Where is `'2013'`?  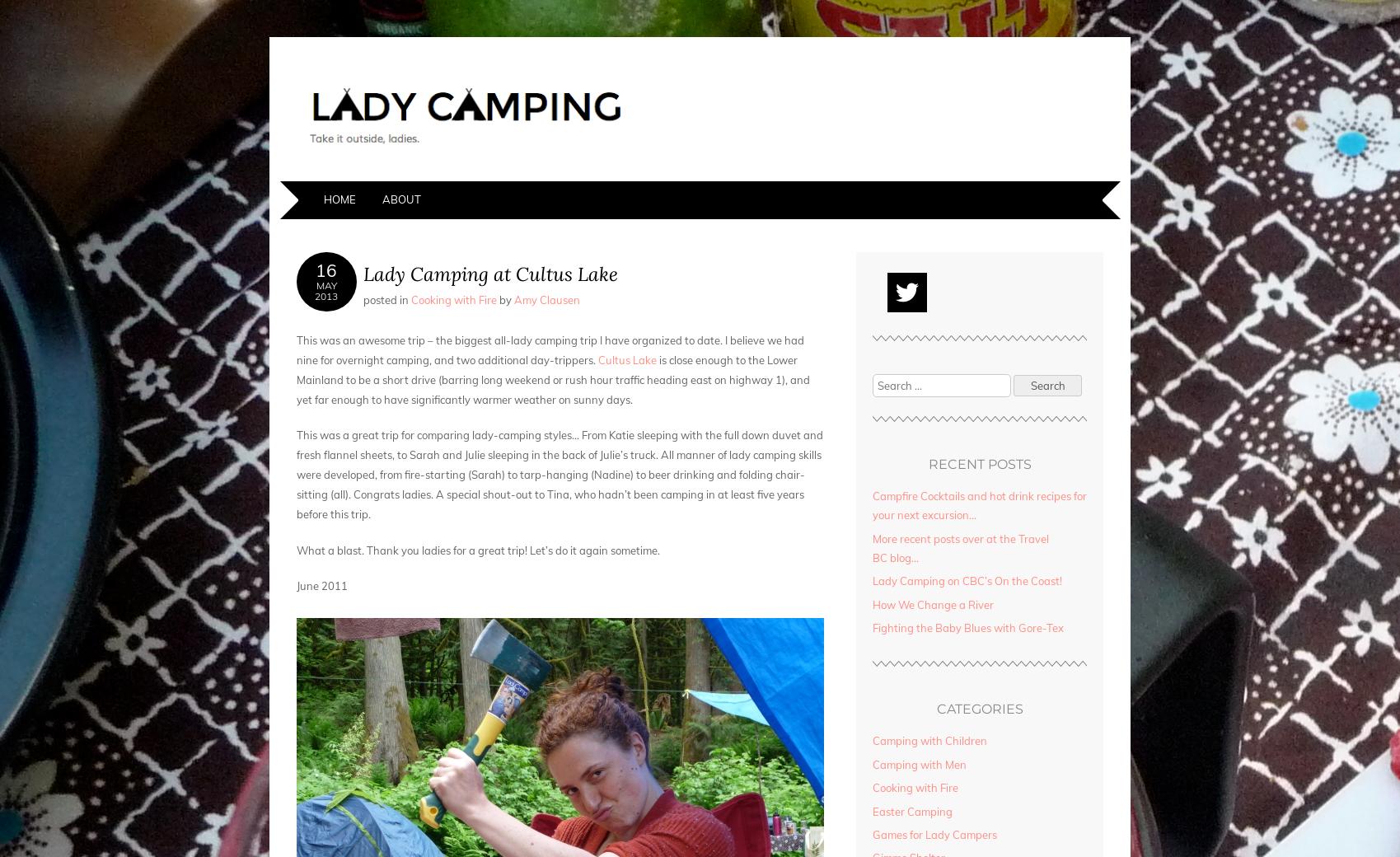
'2013' is located at coordinates (326, 295).